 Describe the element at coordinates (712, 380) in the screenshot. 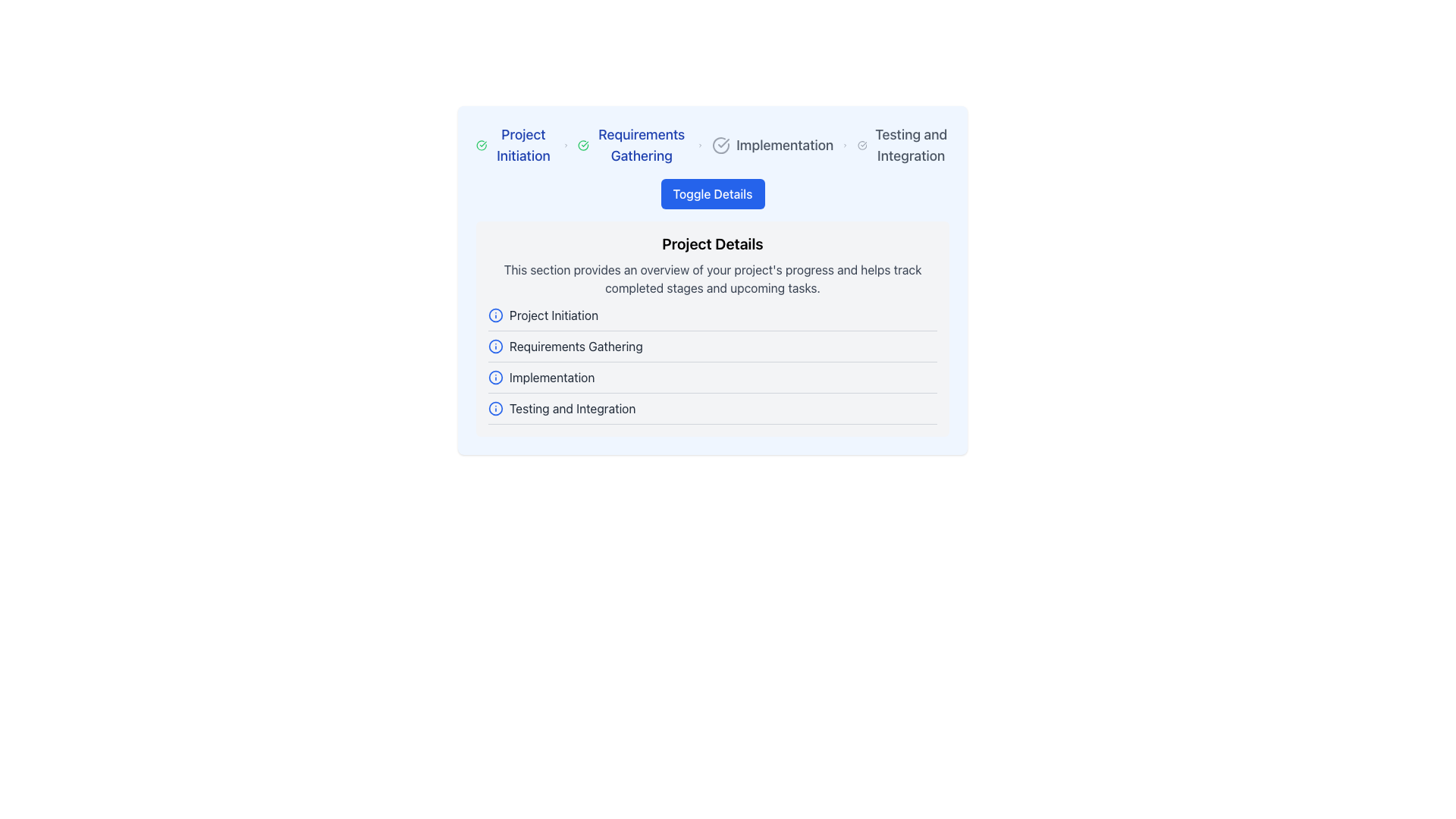

I see `the labeled list item representing the 'Implementation' stage in the project workflow` at that location.